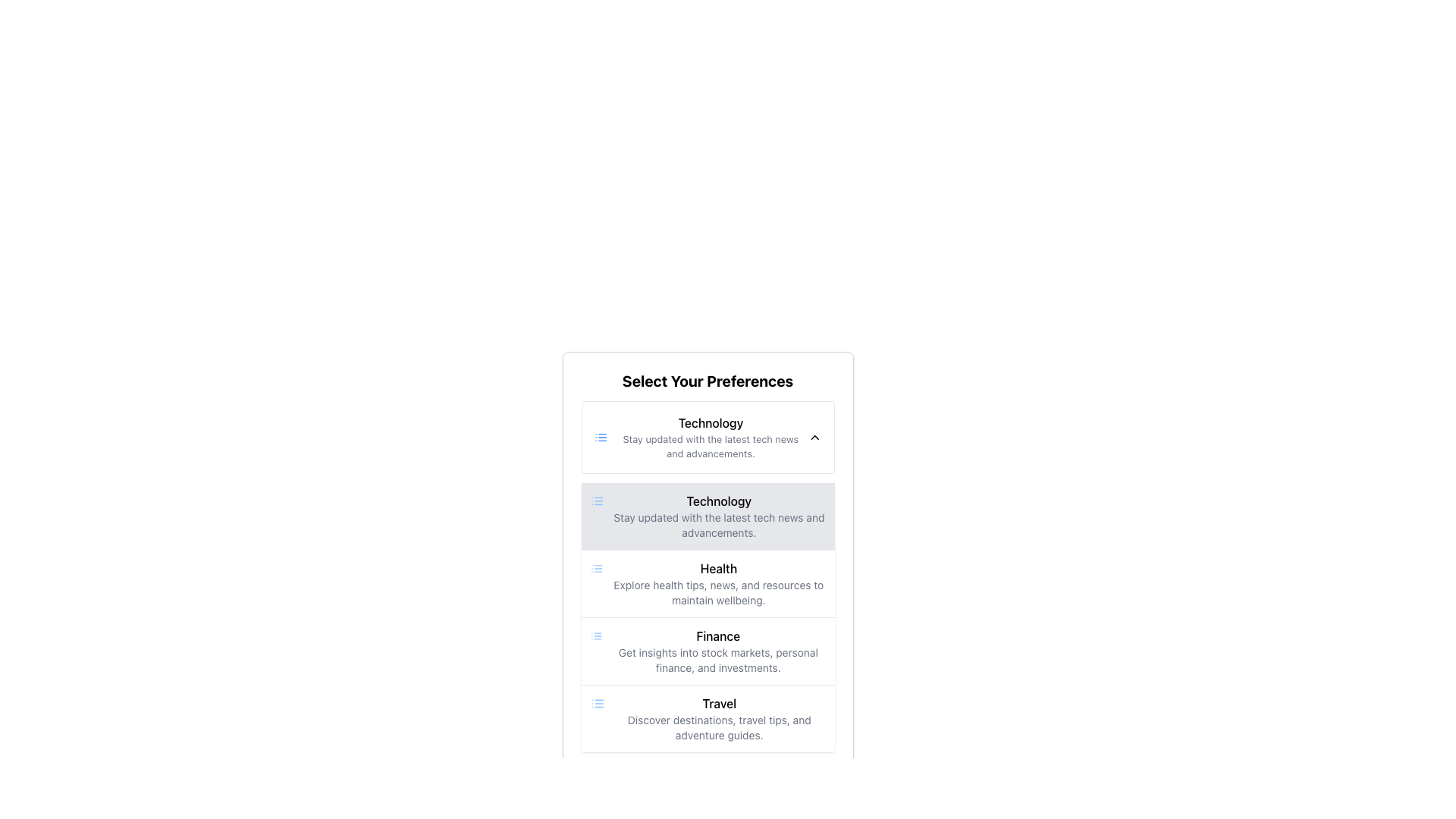 This screenshot has width=1456, height=819. What do you see at coordinates (710, 438) in the screenshot?
I see `the text block titled 'Technology' which contains a bolded heading and a descriptive paragraph about tech news, located beneath 'Select Your Preferences.'` at bounding box center [710, 438].